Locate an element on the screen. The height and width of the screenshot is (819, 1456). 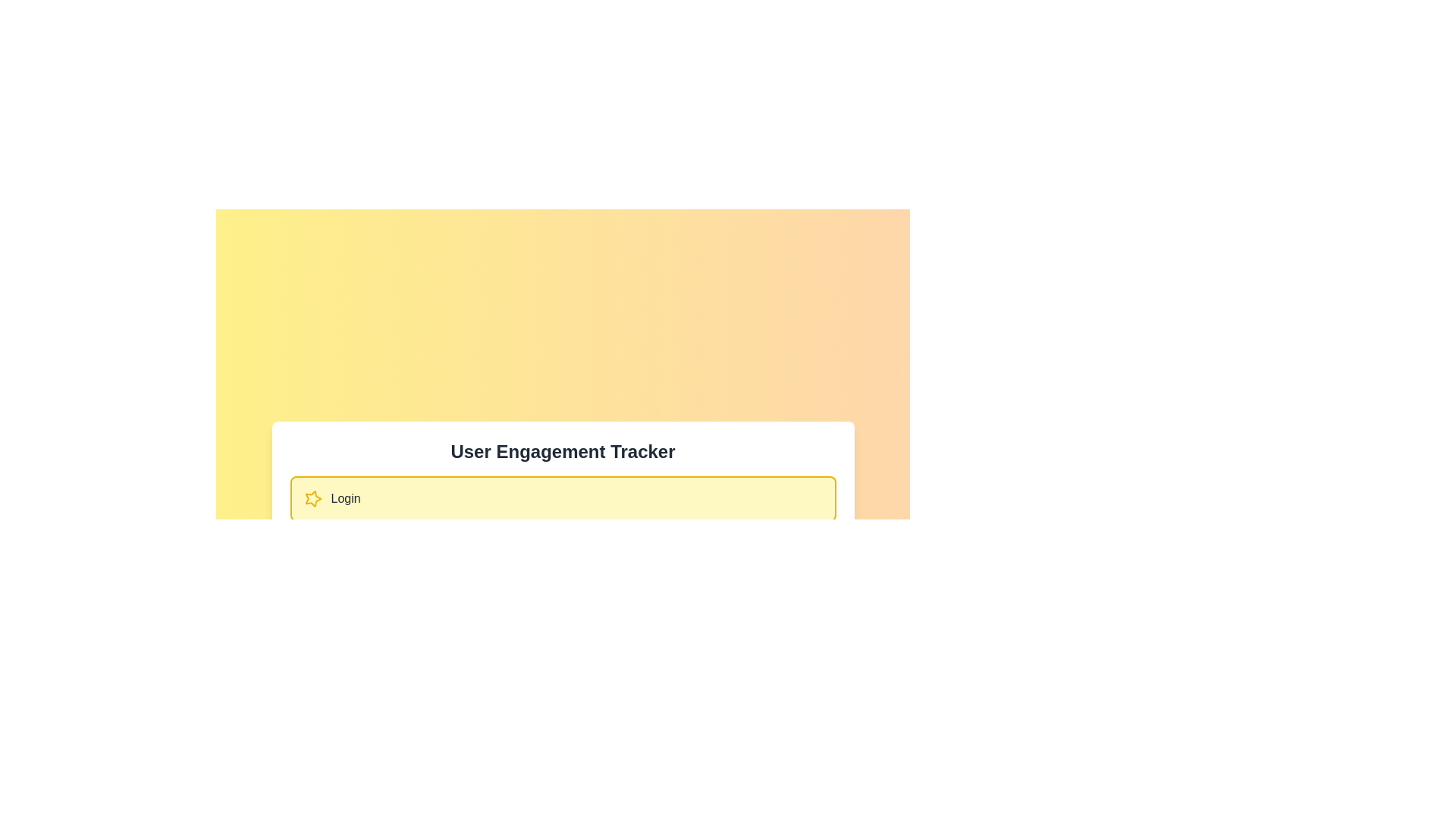
the decorative icon located at the top-left of the 'Login' button within the 'User Engagement Tracker' card is located at coordinates (312, 499).